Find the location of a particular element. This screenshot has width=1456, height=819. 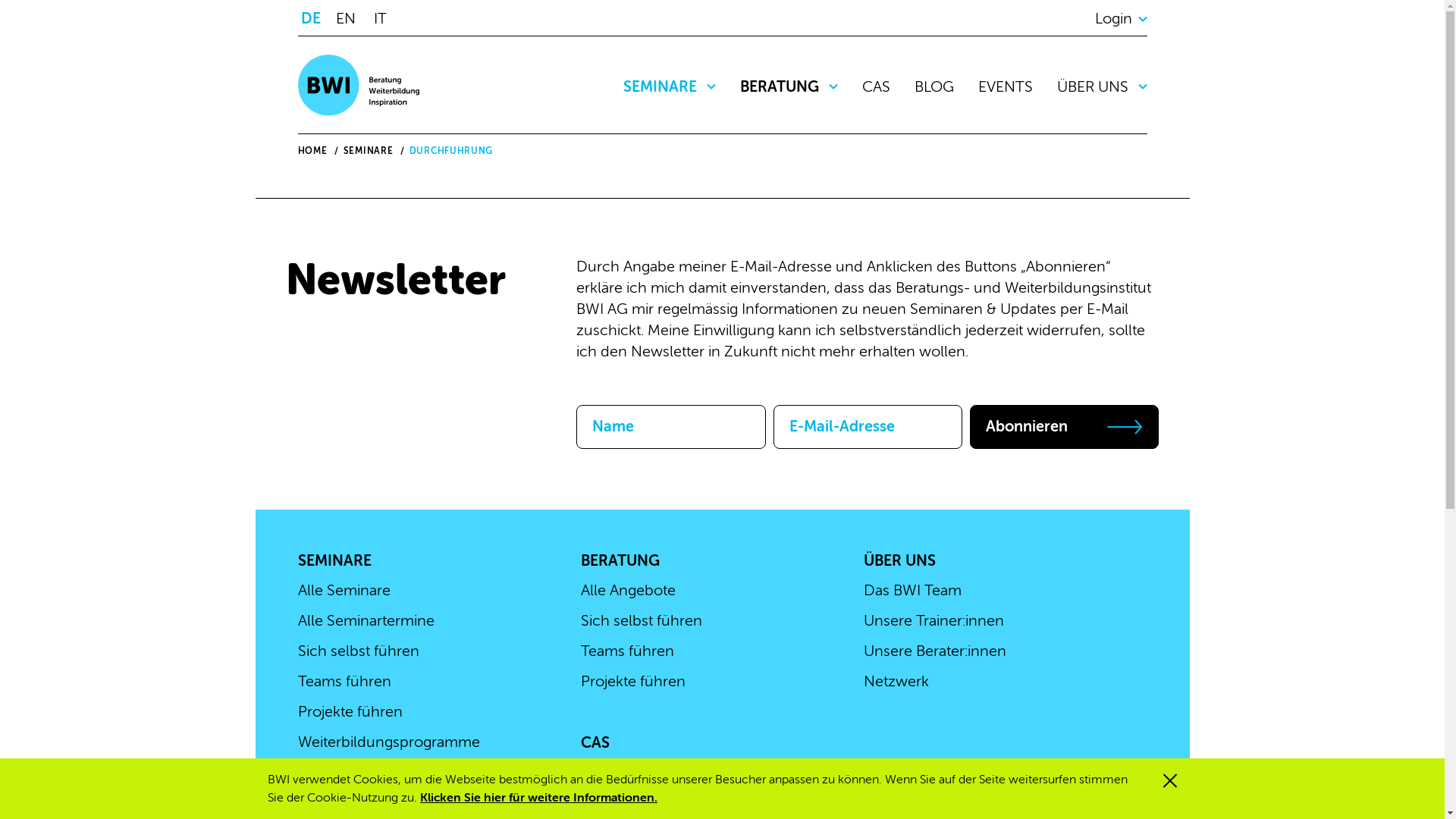

'HOME' is located at coordinates (297, 151).